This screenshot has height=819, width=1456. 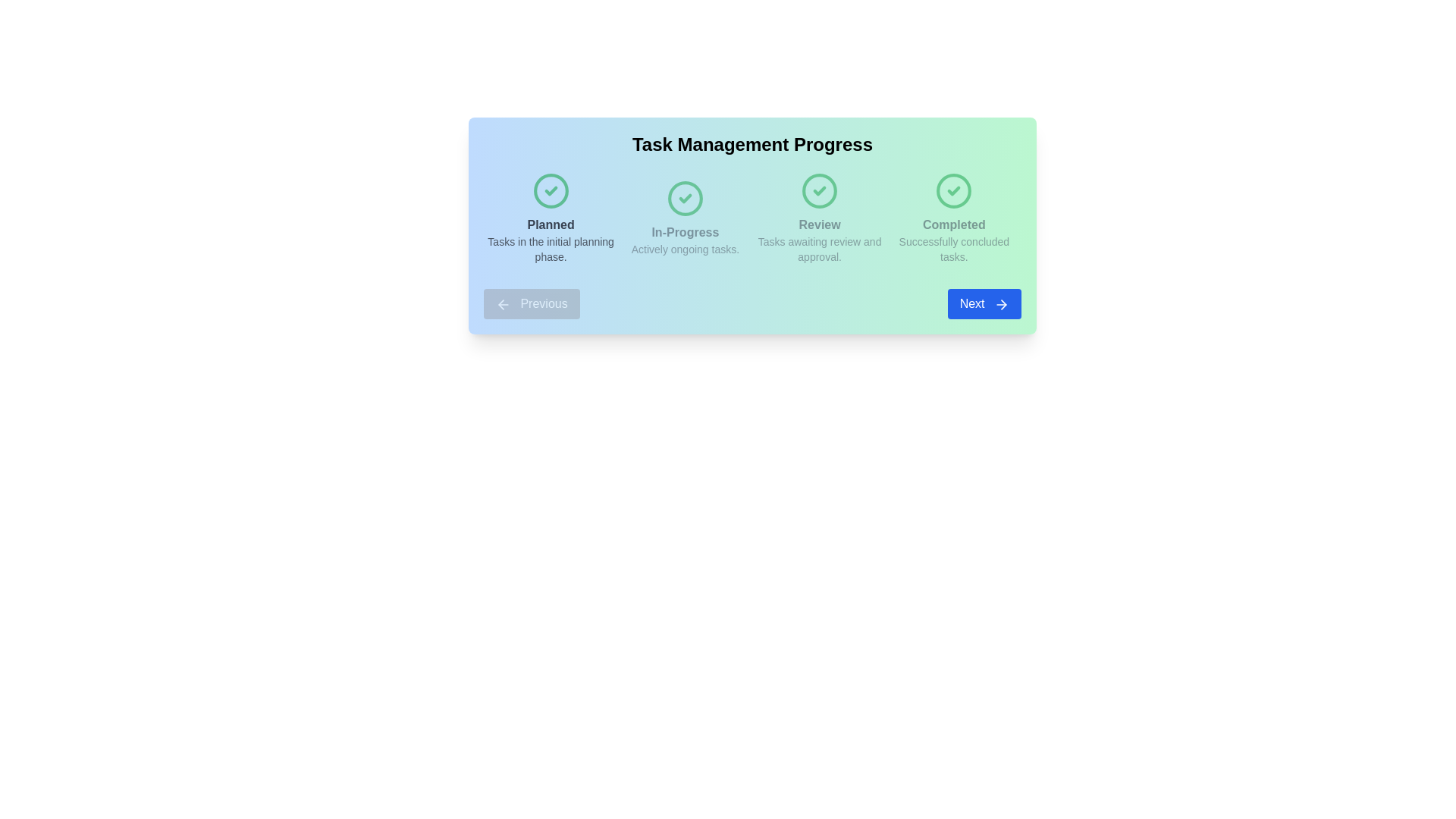 I want to click on the stage corresponding to Completed, so click(x=953, y=218).